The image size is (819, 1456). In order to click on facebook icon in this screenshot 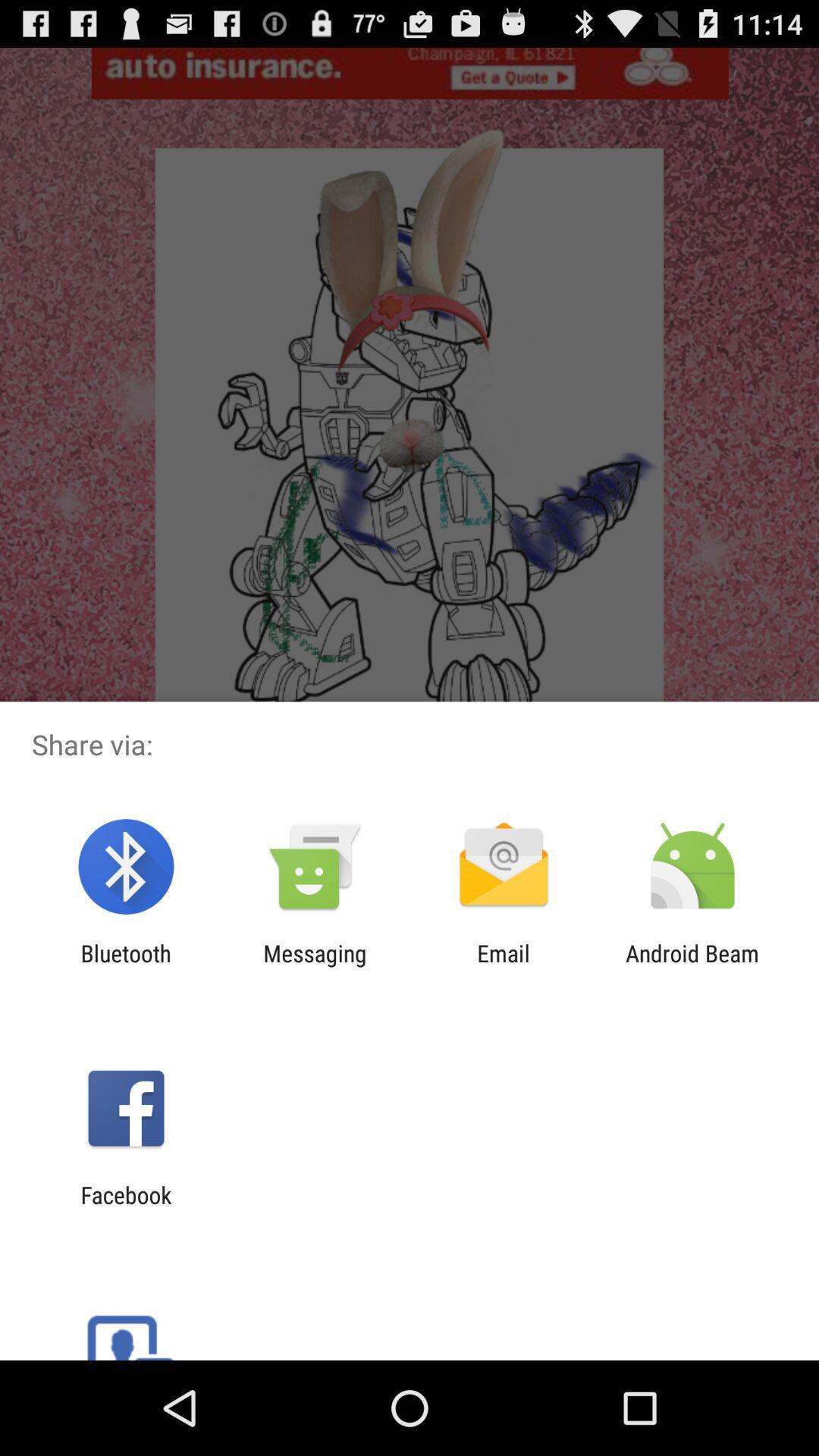, I will do `click(125, 1207)`.